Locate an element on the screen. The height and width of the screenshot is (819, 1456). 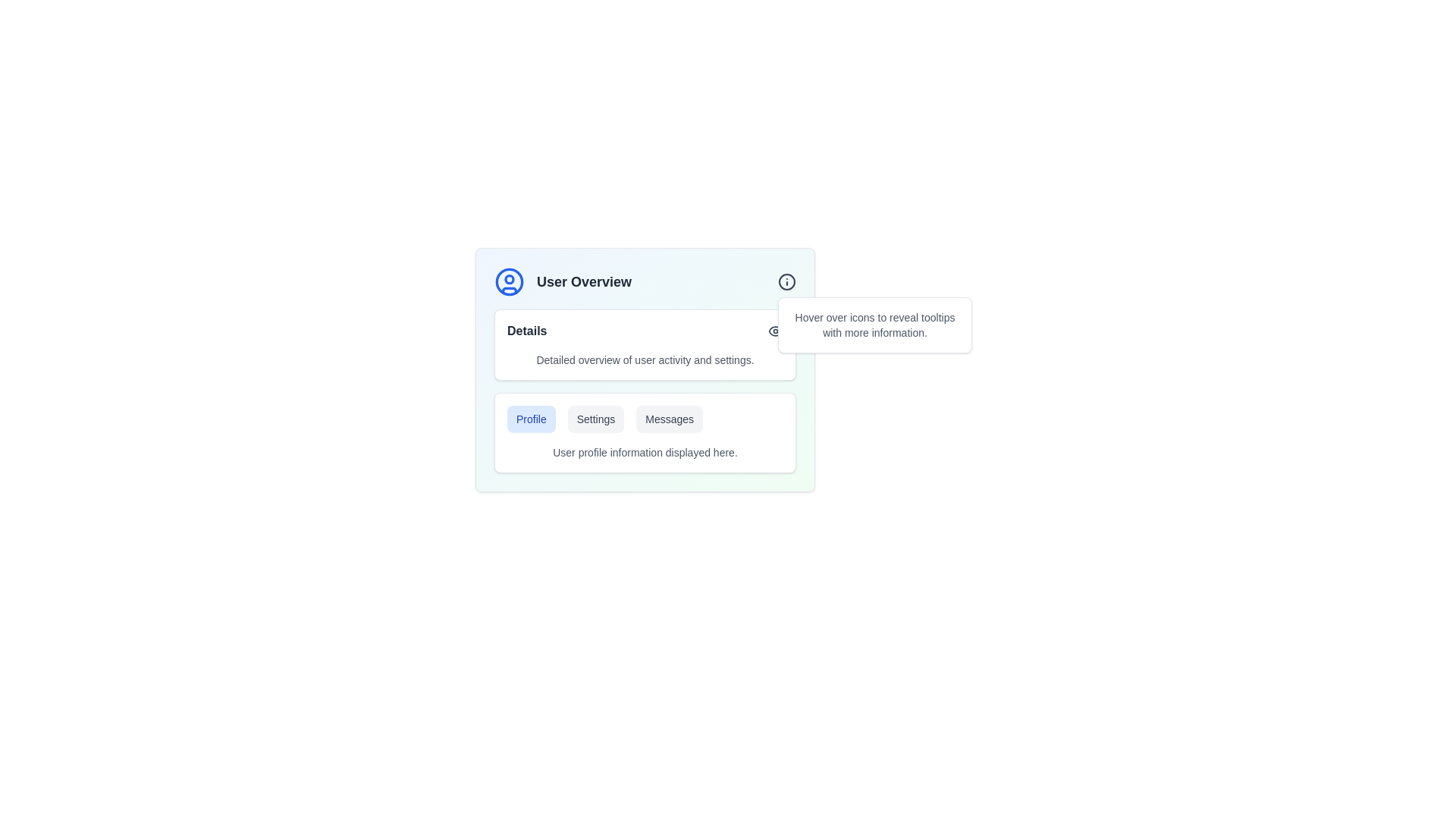
the SVG circle located at the top-right corner of the 'User Overview' card, which serves as part of an informative icon hint is located at coordinates (786, 281).